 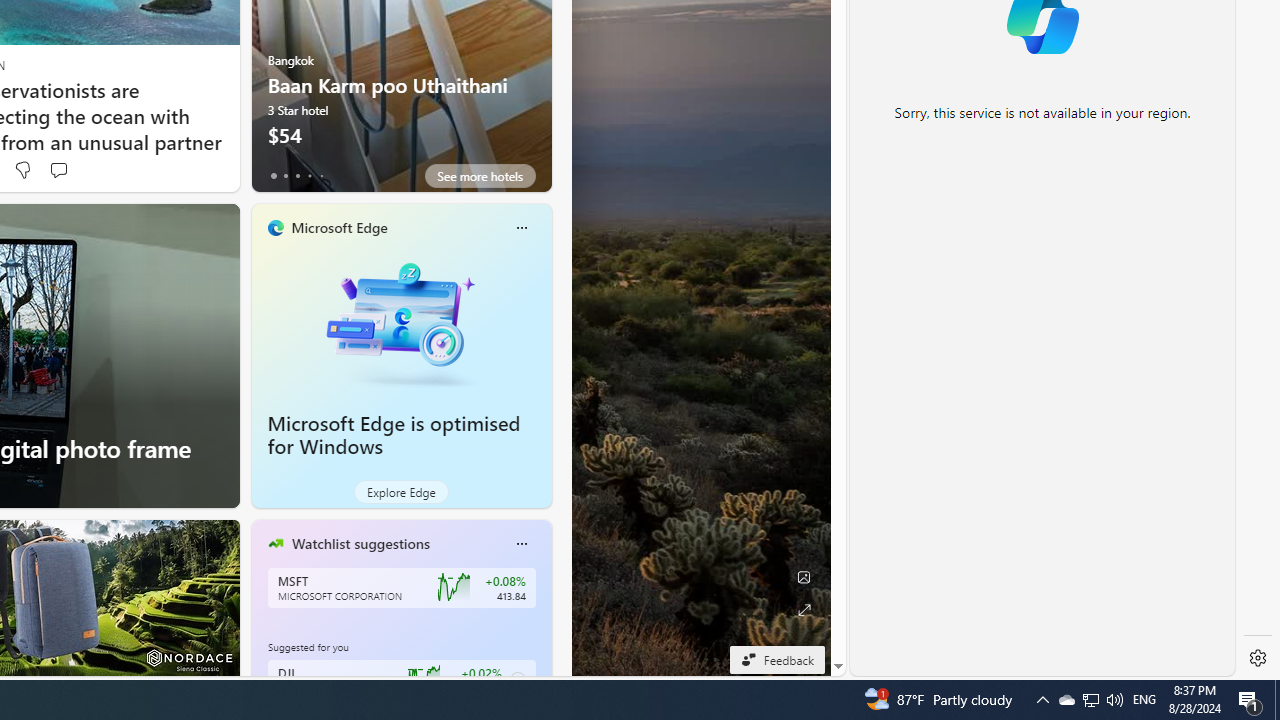 I want to click on 'Class: follow-button  m', so click(x=517, y=679).